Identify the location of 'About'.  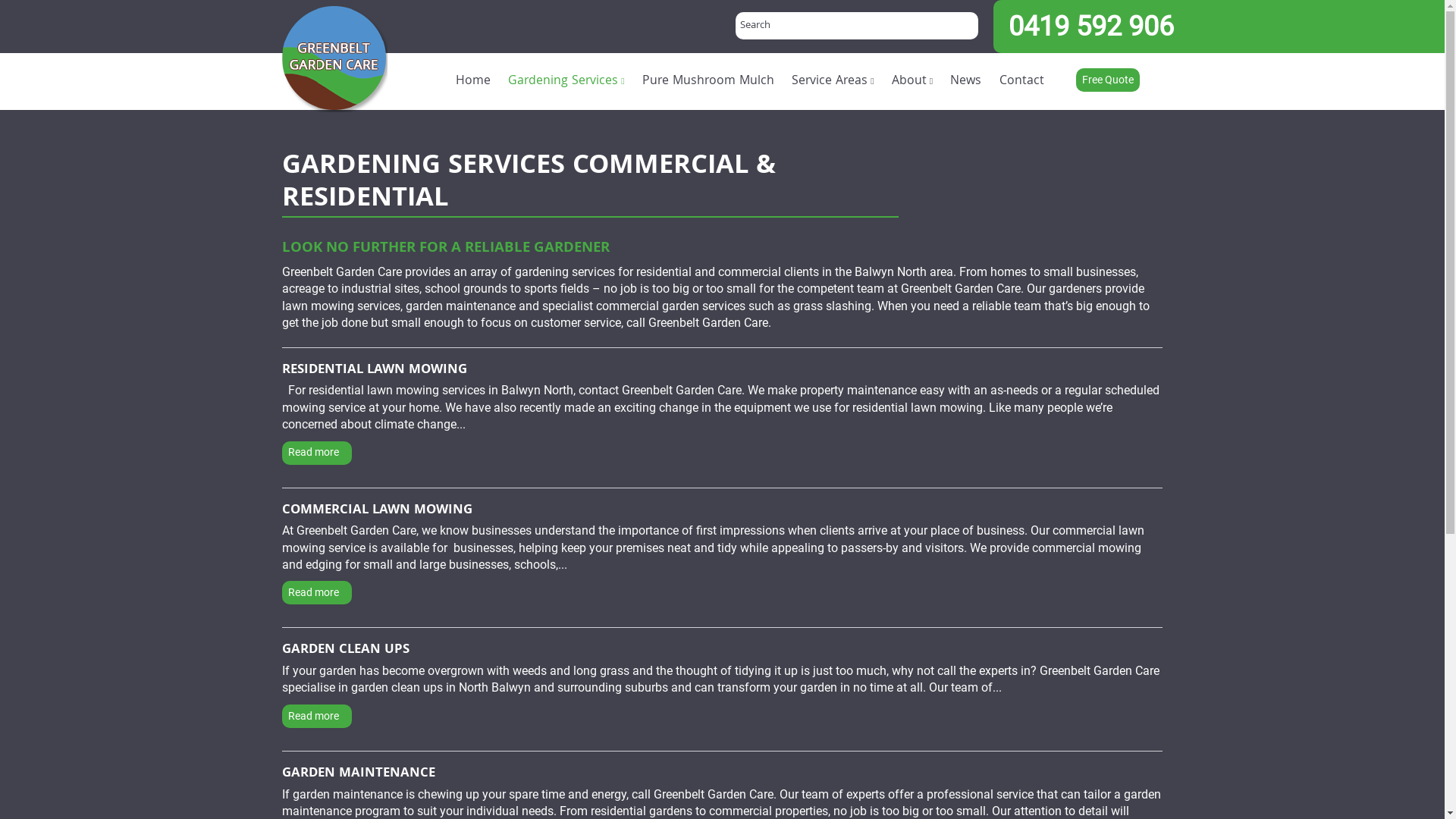
(882, 81).